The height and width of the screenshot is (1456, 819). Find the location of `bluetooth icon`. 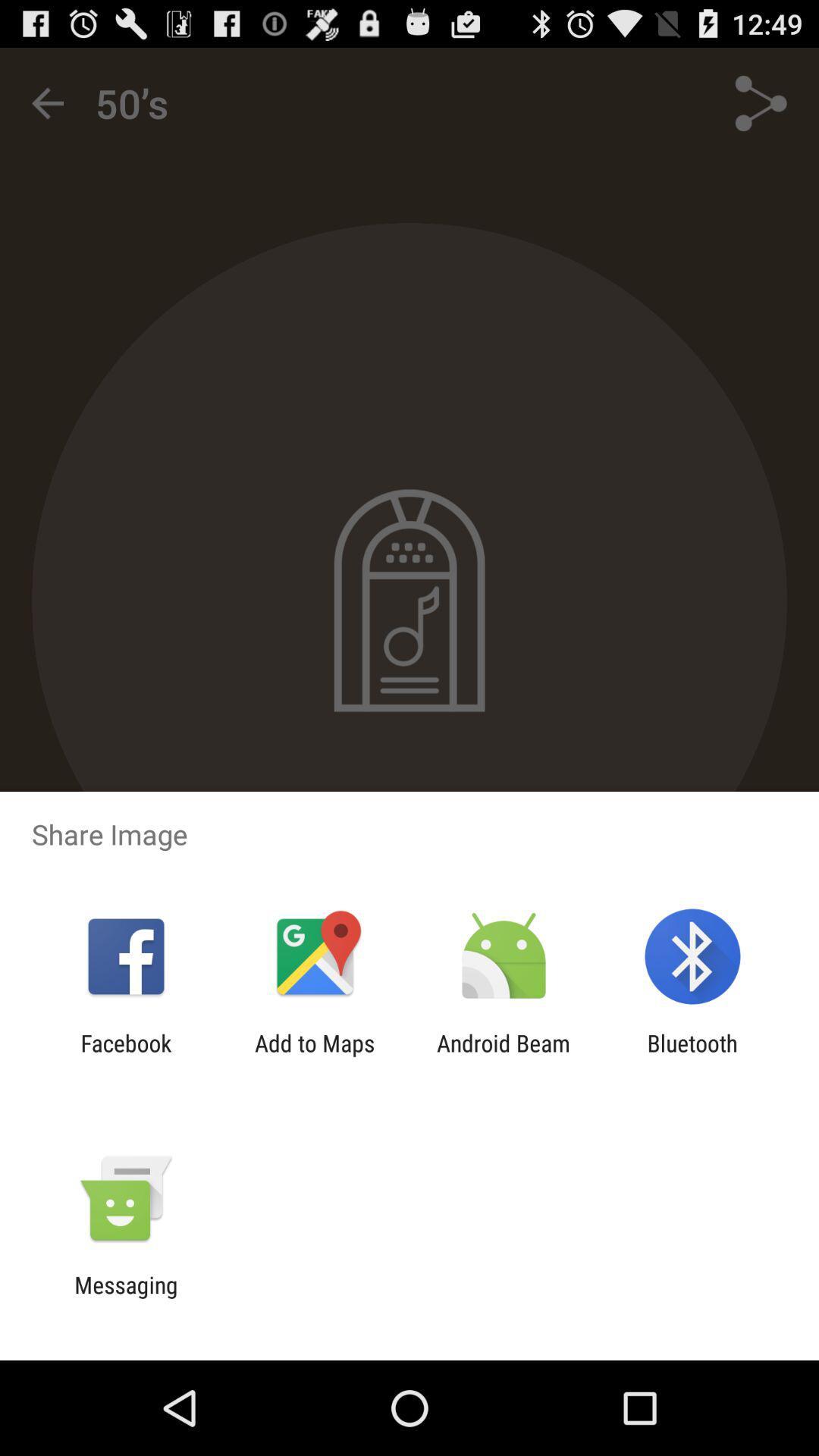

bluetooth icon is located at coordinates (692, 1056).